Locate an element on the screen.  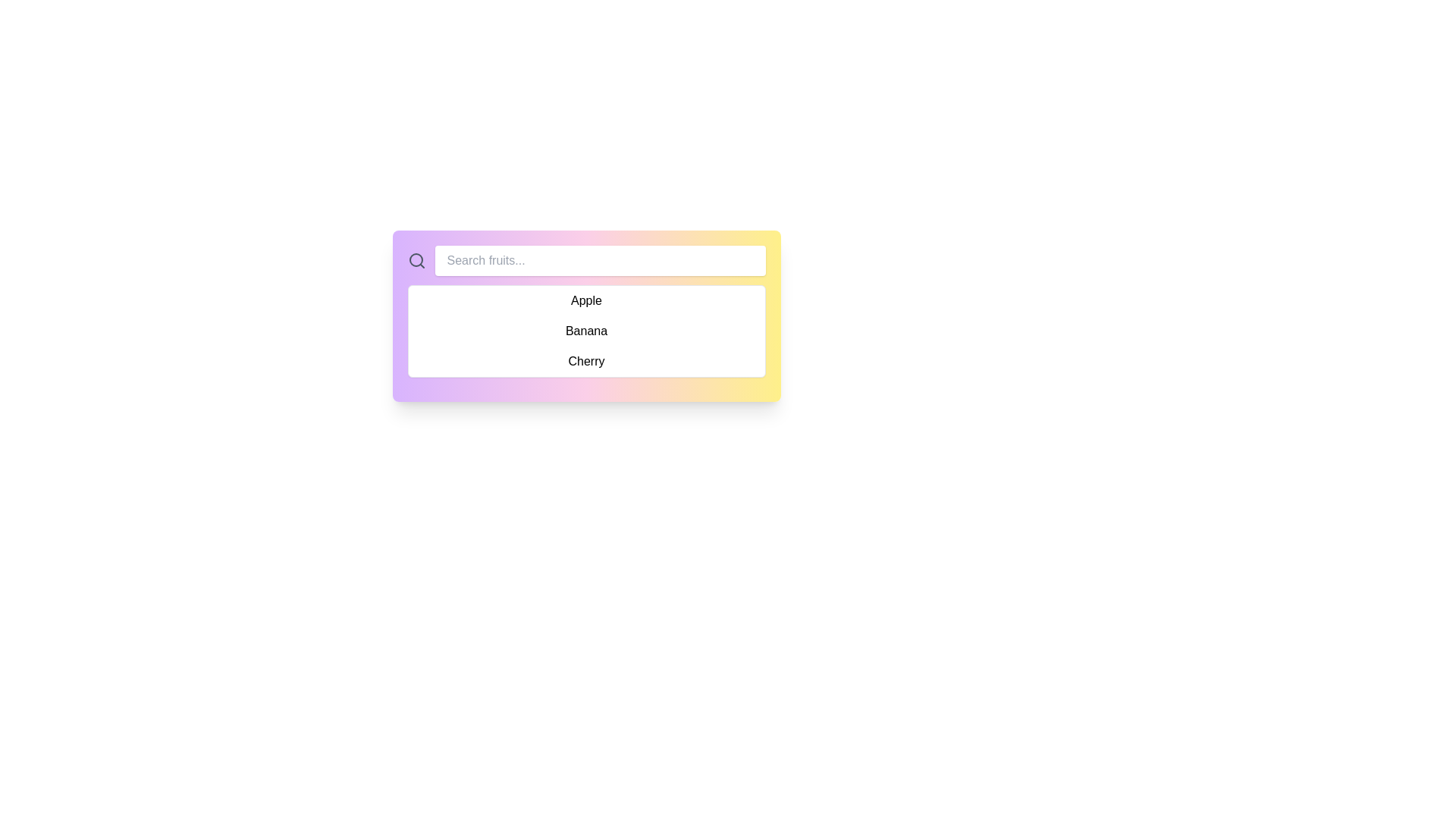
the 'Cherry' option label in the dropdown menu, which is the last item in the list and displayed in black font is located at coordinates (585, 362).